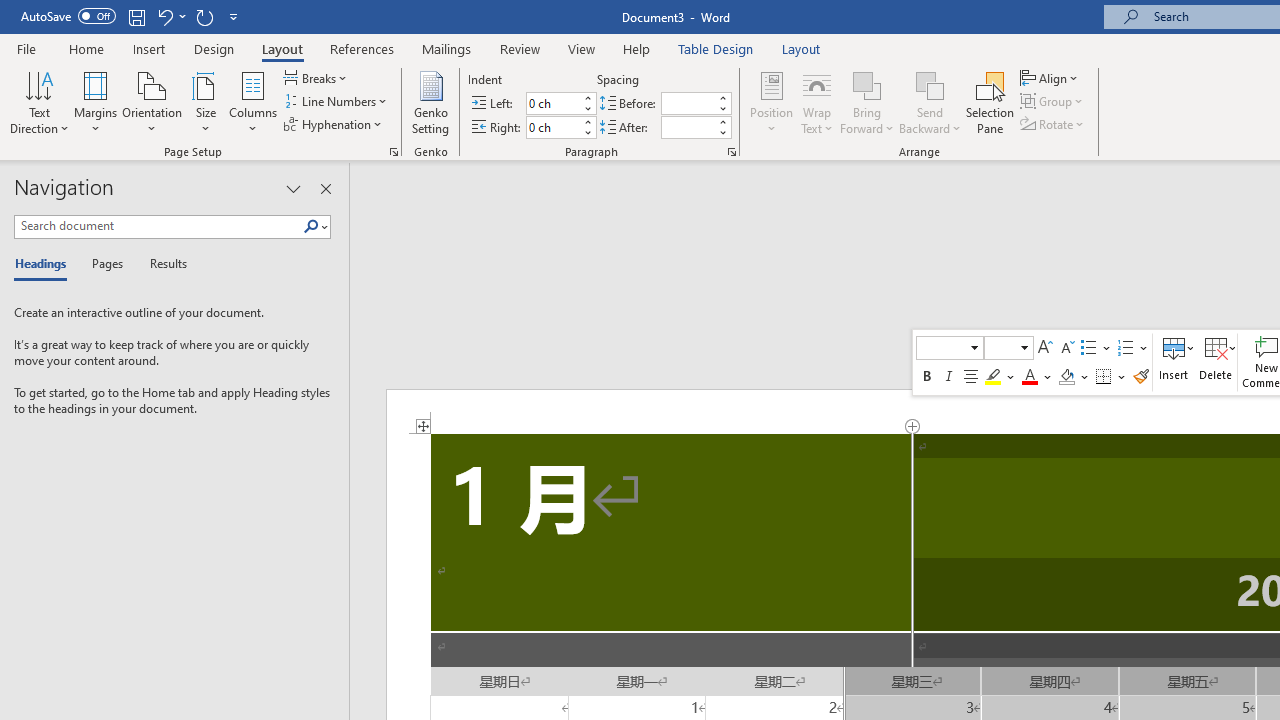 Image resolution: width=1280 pixels, height=720 pixels. What do you see at coordinates (206, 103) in the screenshot?
I see `'Size'` at bounding box center [206, 103].